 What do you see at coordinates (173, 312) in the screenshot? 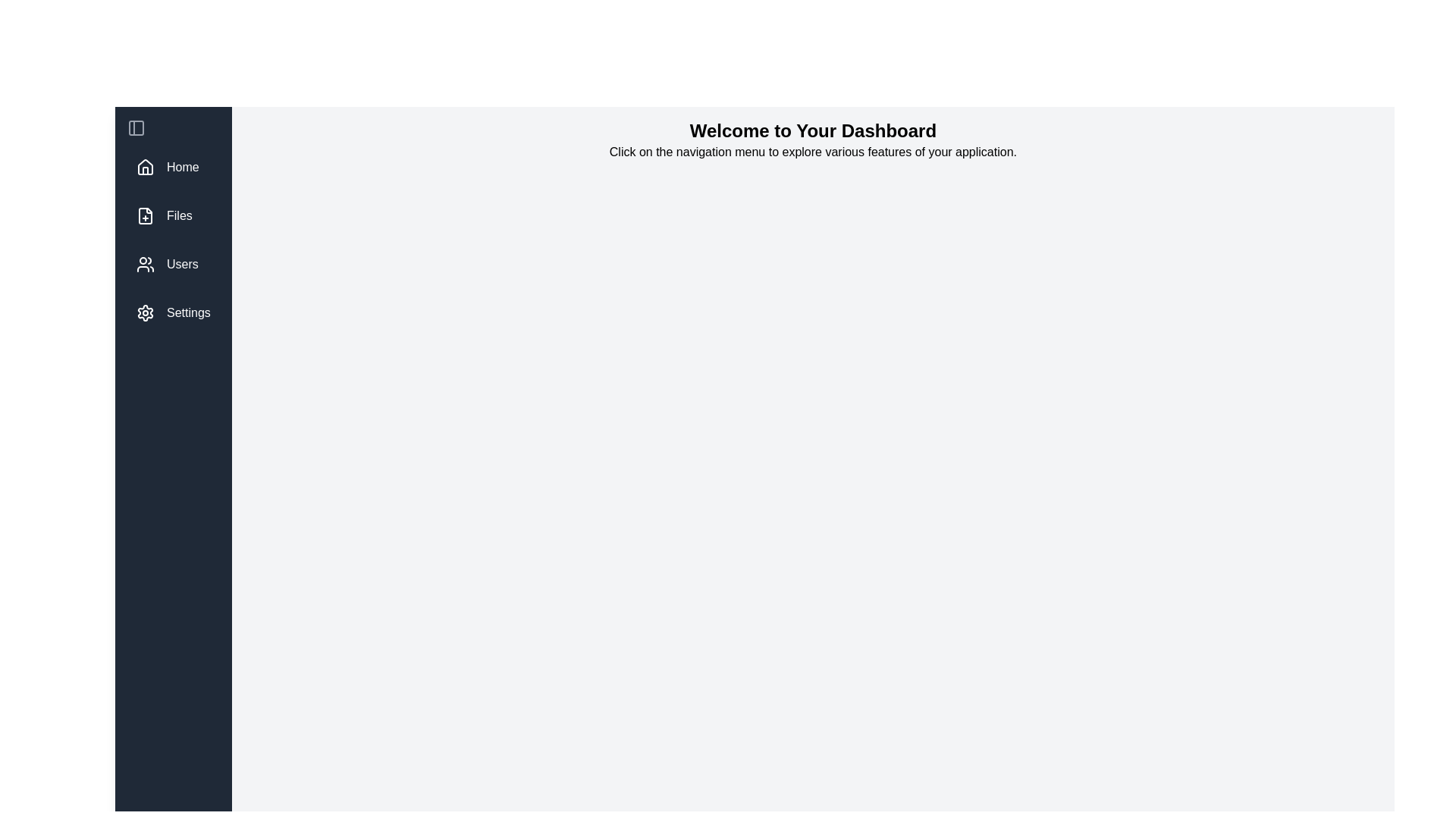
I see `the fourth item in the vertical navigation menu on the left side` at bounding box center [173, 312].